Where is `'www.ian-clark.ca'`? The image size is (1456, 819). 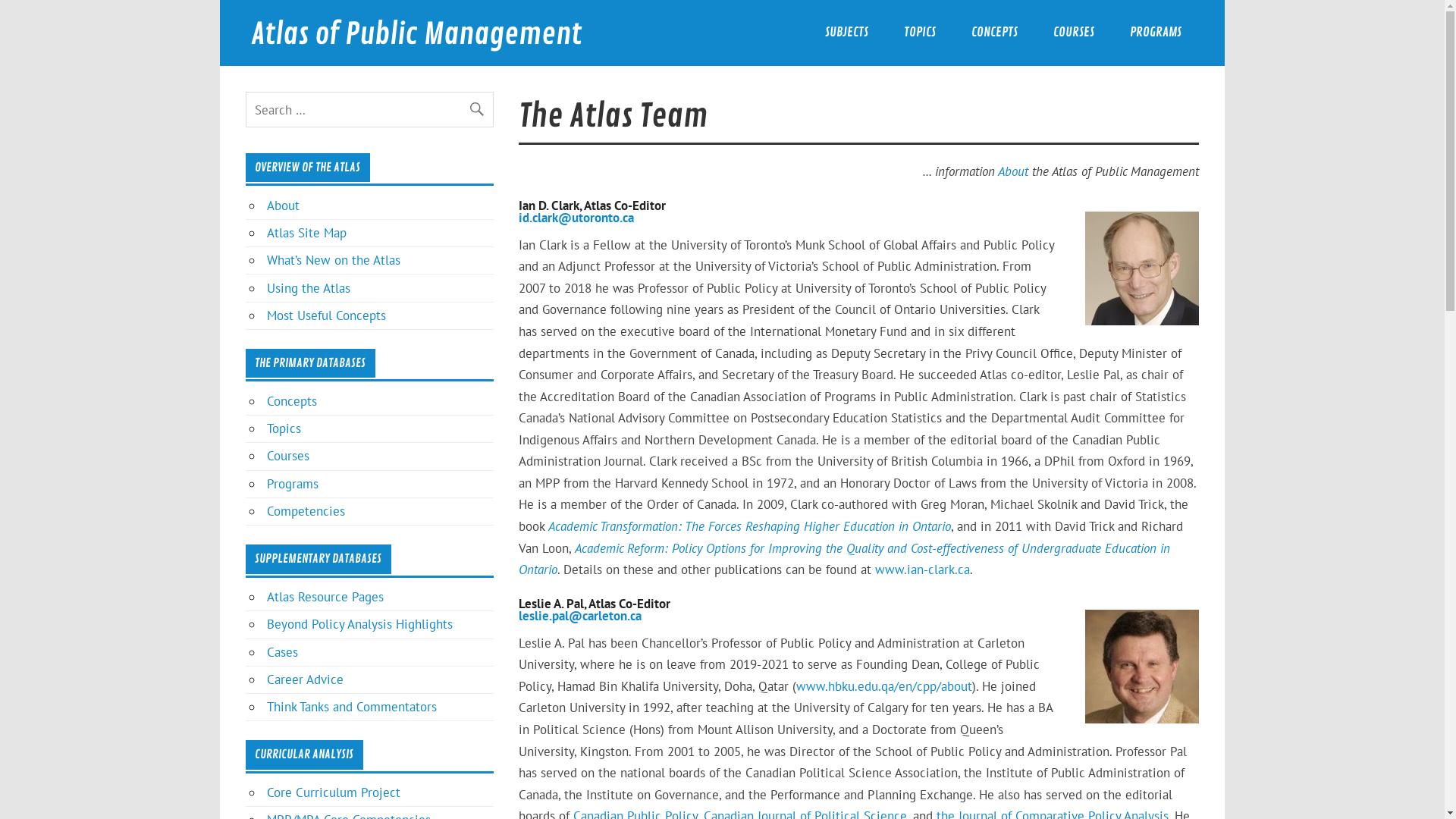 'www.ian-clark.ca' is located at coordinates (921, 570).